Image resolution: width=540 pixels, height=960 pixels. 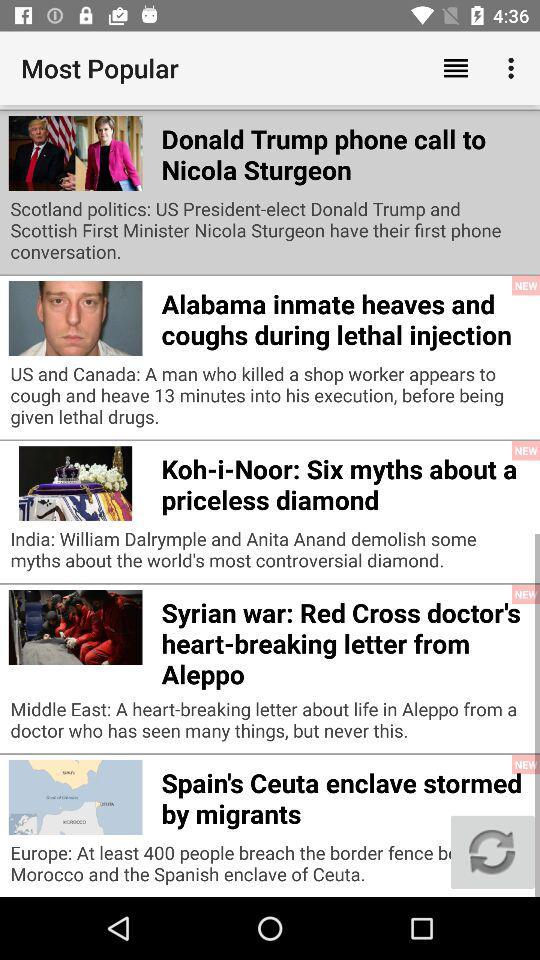 What do you see at coordinates (344, 316) in the screenshot?
I see `the app below the scotland politics us item` at bounding box center [344, 316].